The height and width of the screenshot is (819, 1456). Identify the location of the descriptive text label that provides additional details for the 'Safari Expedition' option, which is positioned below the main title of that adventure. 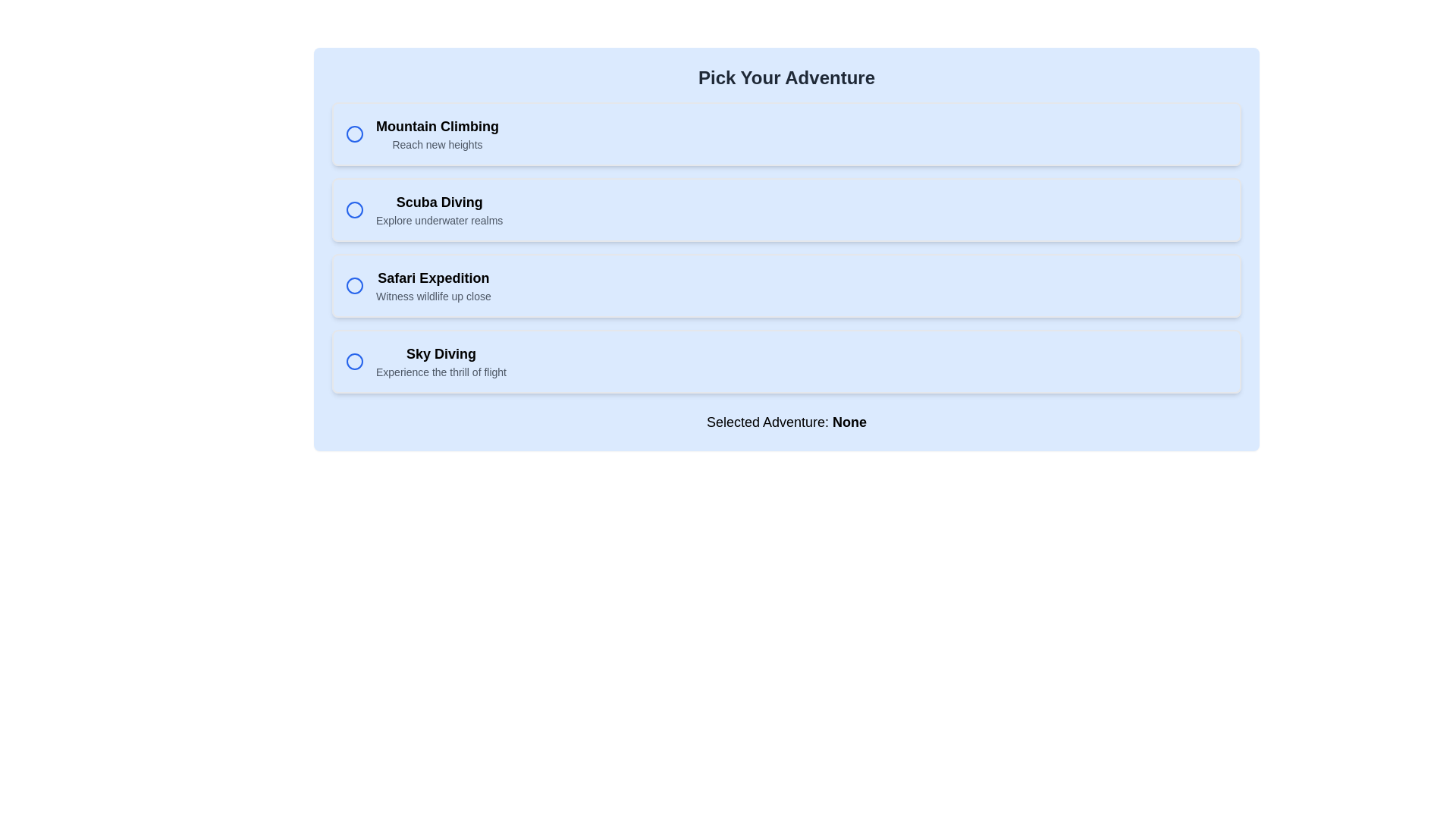
(432, 296).